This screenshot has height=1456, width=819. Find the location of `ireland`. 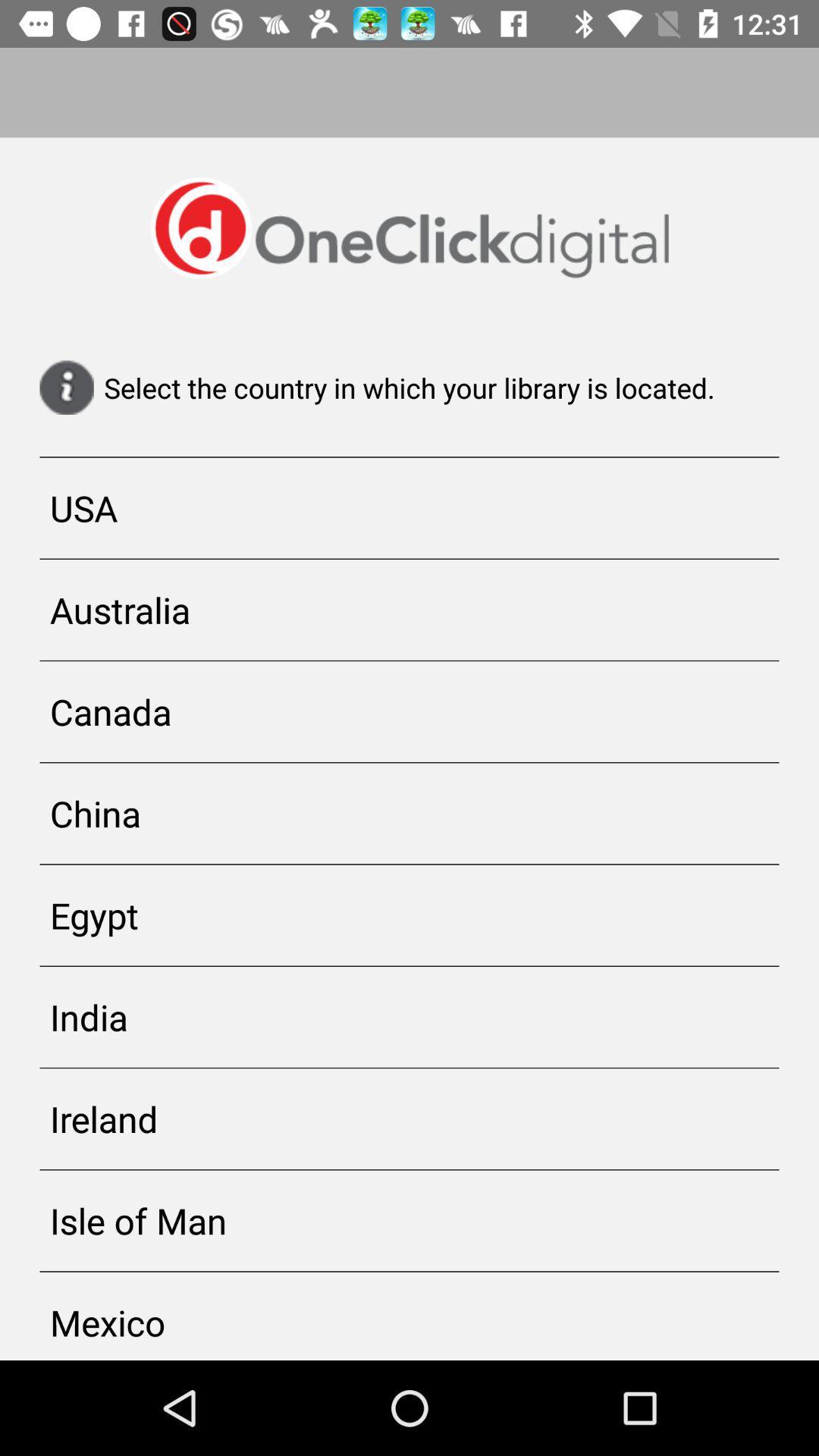

ireland is located at coordinates (409, 1119).